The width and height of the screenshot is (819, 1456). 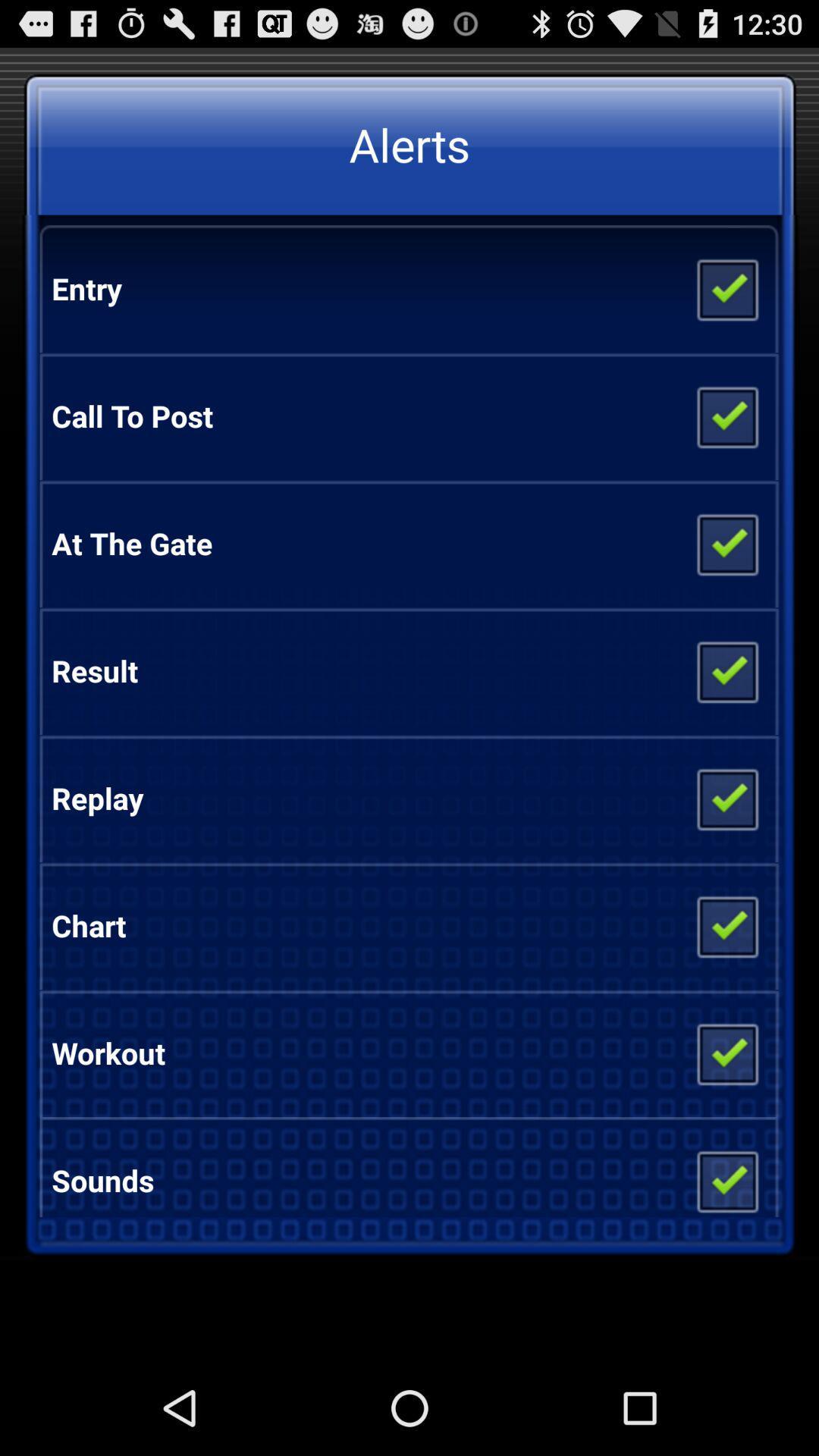 What do you see at coordinates (726, 1052) in the screenshot?
I see `click option` at bounding box center [726, 1052].